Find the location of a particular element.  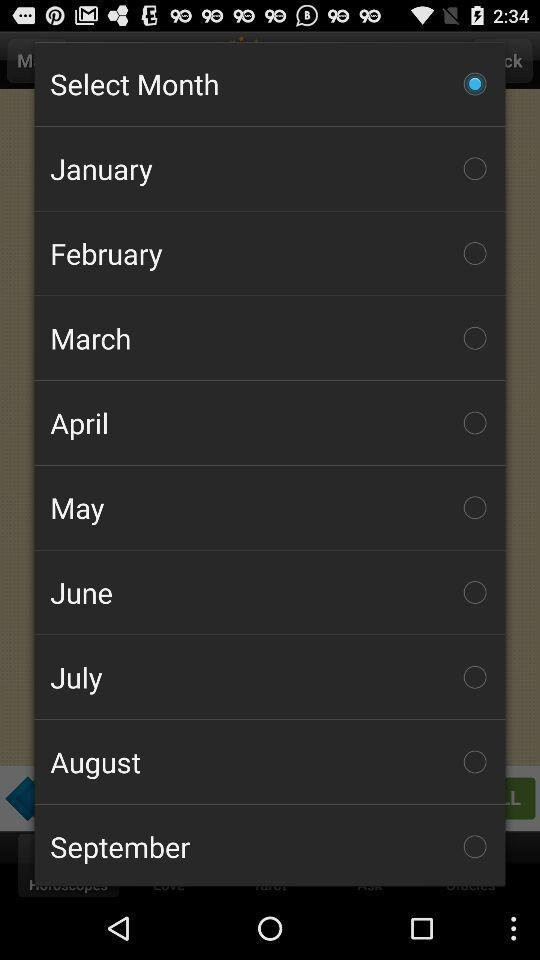

march is located at coordinates (270, 338).